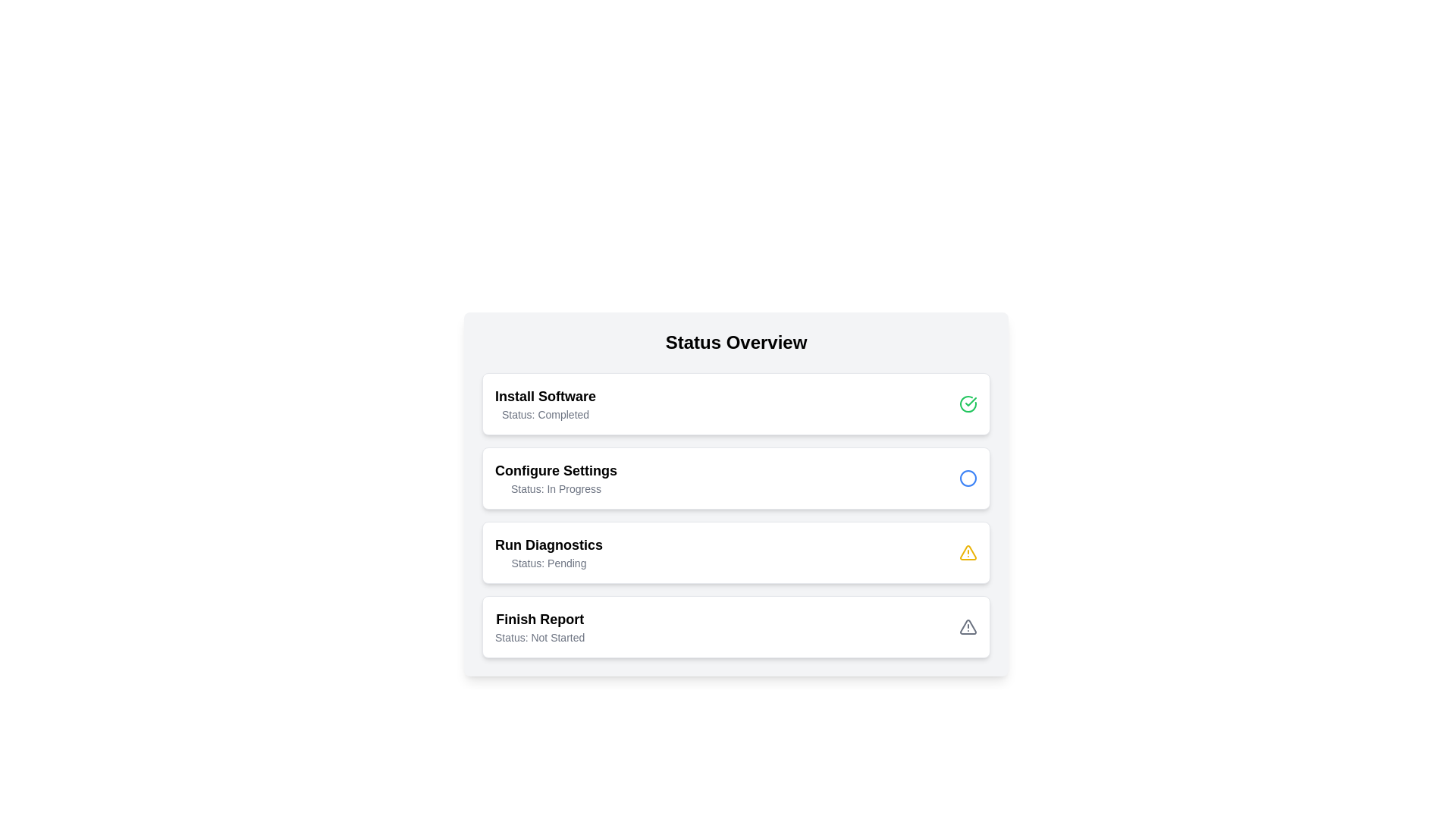 This screenshot has width=1456, height=819. I want to click on the text display that indicates the current status of the 'Run Diagnostics' task, which is pending and is located below the heading 'Run Diagnostics', so click(548, 563).